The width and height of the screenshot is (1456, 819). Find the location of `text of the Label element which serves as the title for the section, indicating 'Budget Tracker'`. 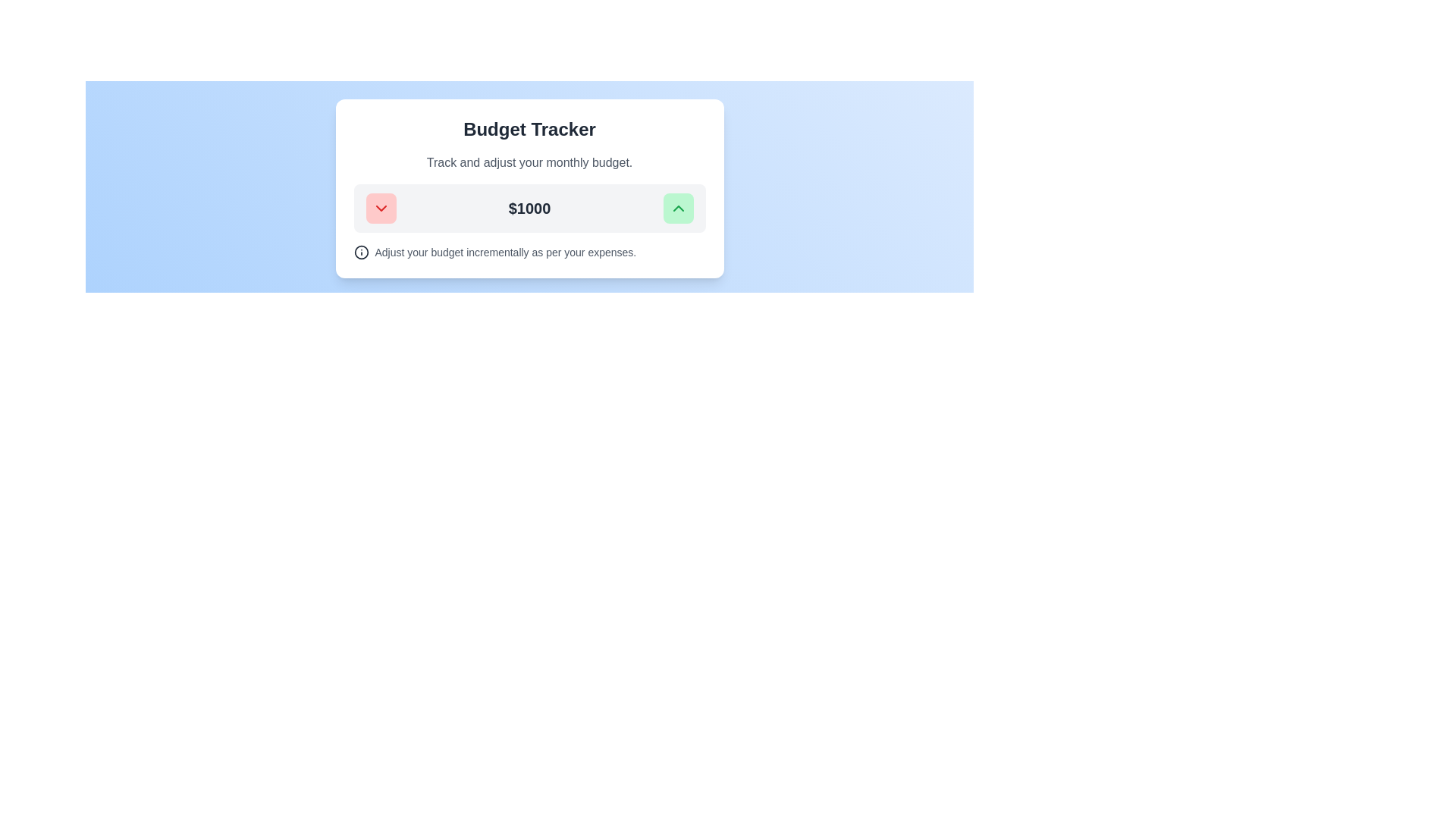

text of the Label element which serves as the title for the section, indicating 'Budget Tracker' is located at coordinates (529, 128).